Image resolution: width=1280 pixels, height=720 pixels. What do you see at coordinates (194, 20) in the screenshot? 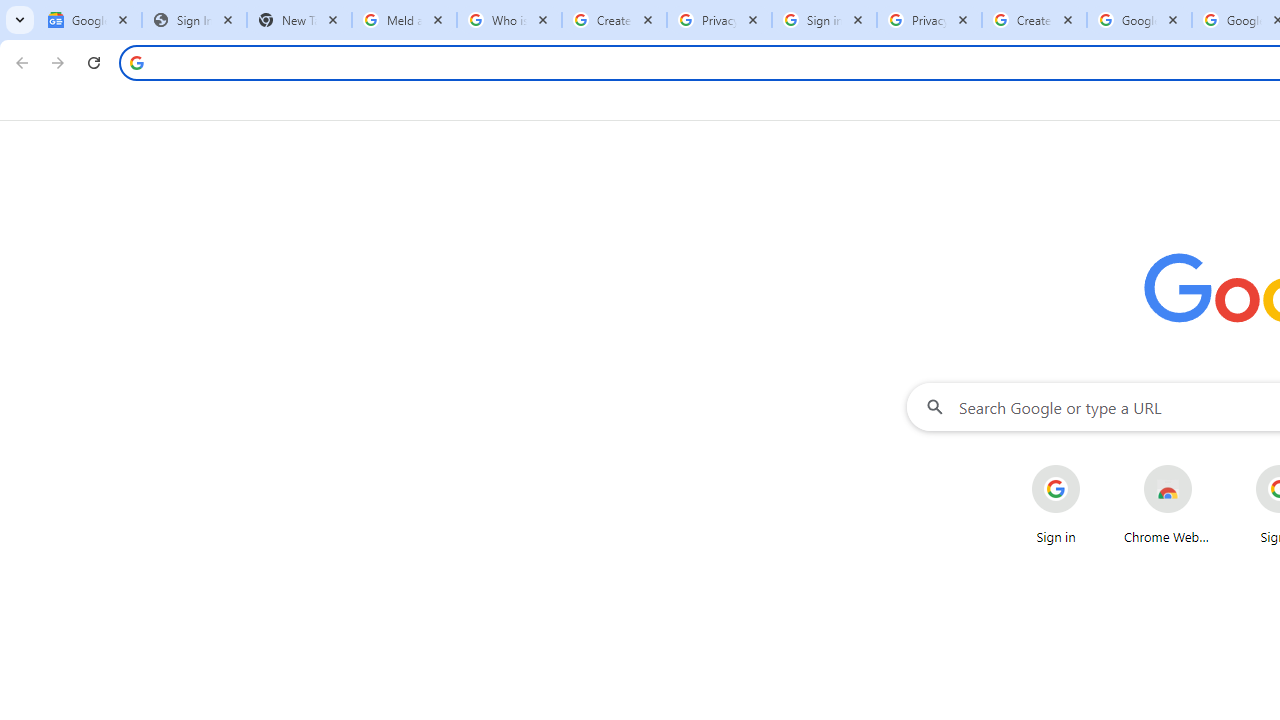
I see `'Sign In - USA TODAY'` at bounding box center [194, 20].